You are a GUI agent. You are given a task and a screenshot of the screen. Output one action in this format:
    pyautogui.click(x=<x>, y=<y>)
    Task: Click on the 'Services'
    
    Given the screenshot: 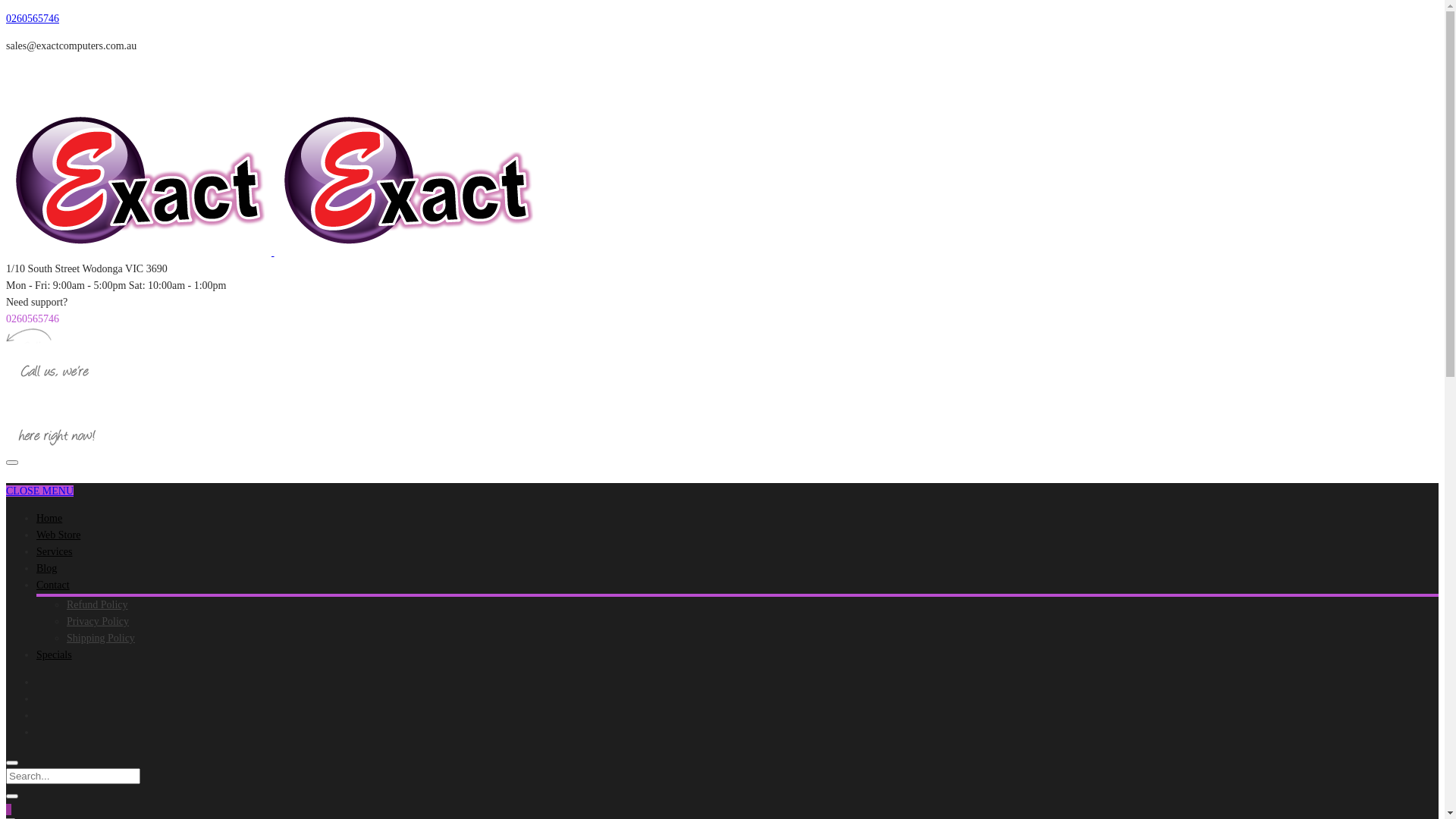 What is the action you would take?
    pyautogui.click(x=36, y=551)
    